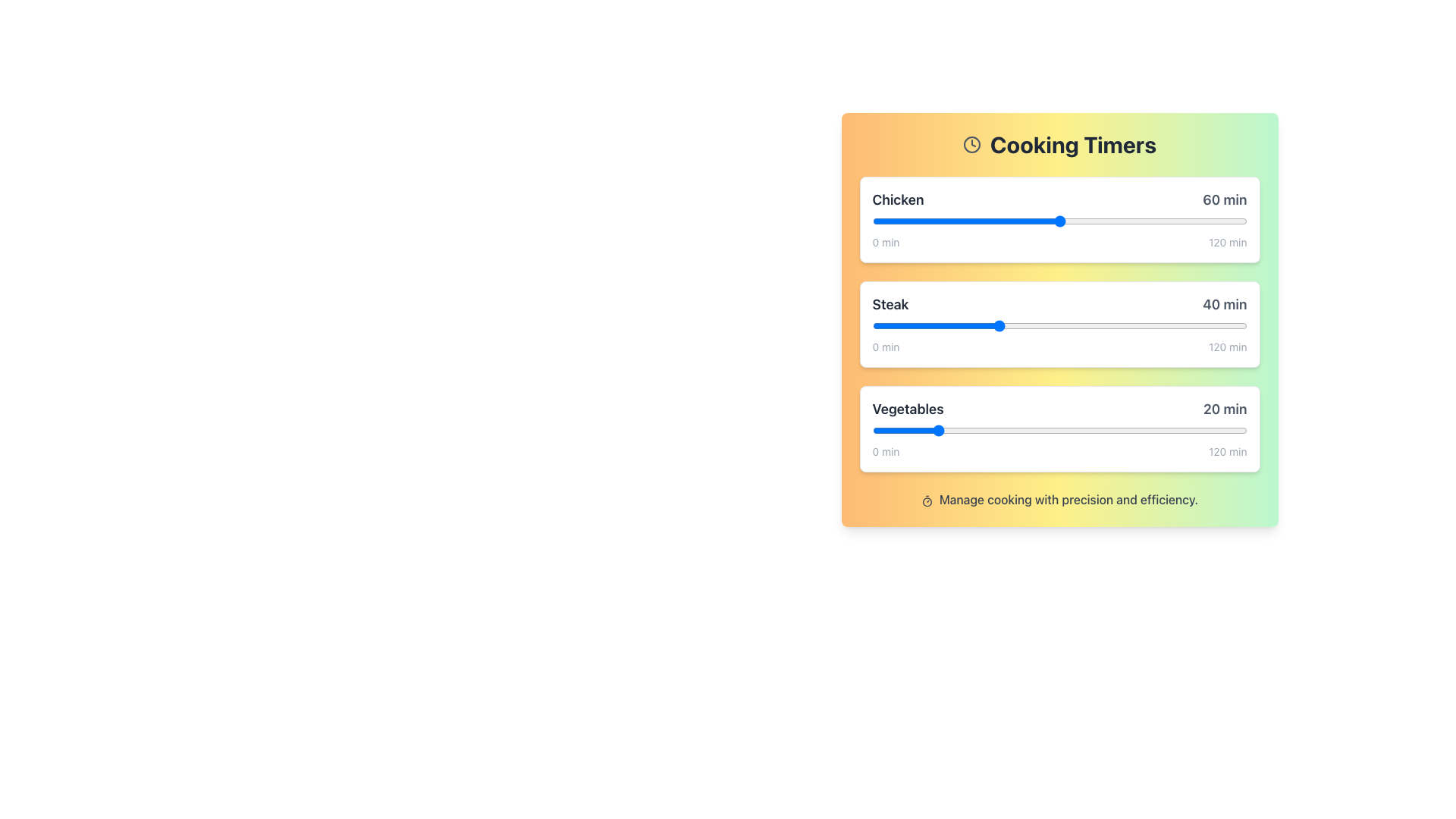 The height and width of the screenshot is (819, 1456). I want to click on cooking time for steak, so click(1025, 325).